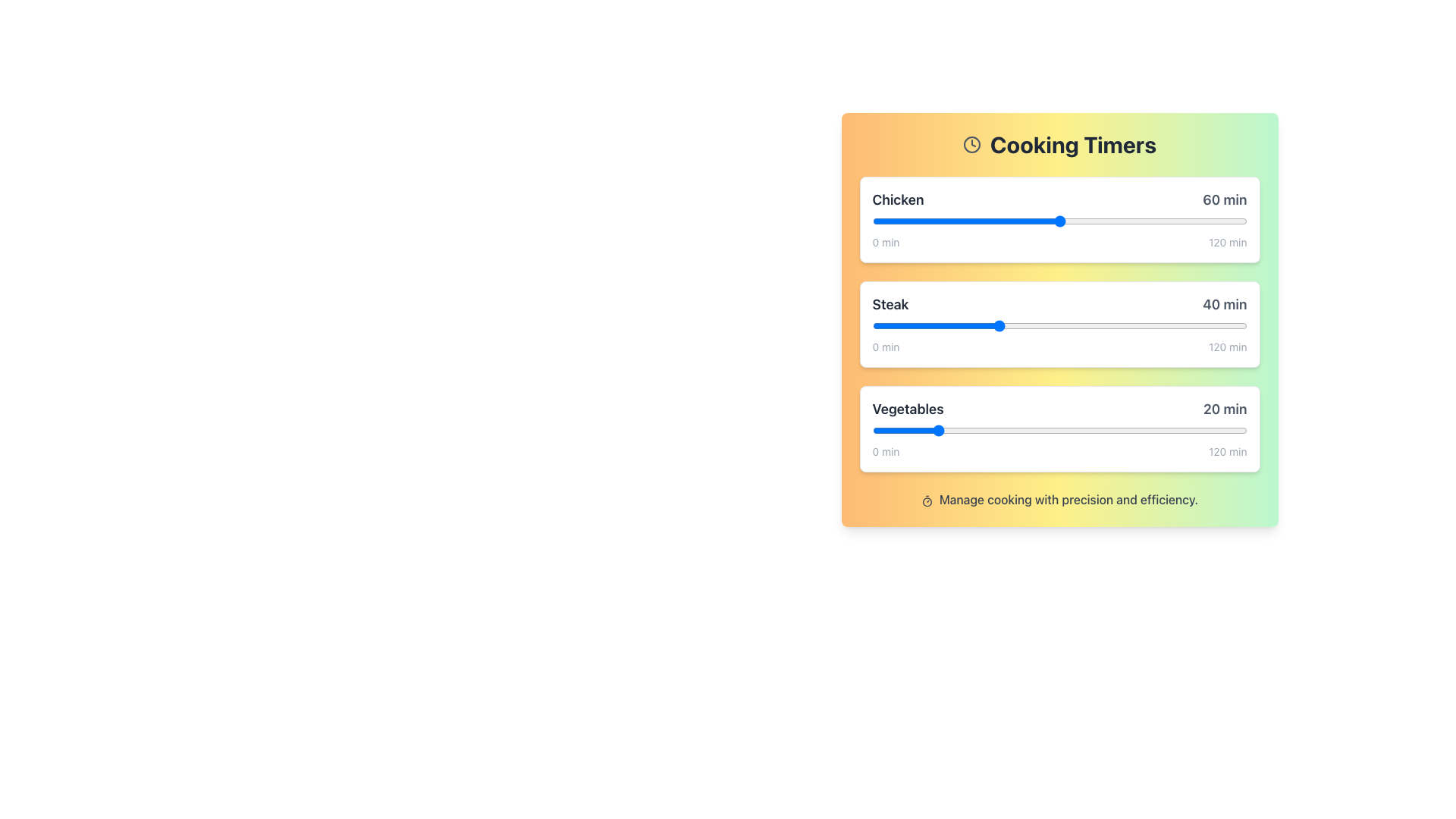 The height and width of the screenshot is (819, 1456). I want to click on cooking time for steak, so click(1025, 325).